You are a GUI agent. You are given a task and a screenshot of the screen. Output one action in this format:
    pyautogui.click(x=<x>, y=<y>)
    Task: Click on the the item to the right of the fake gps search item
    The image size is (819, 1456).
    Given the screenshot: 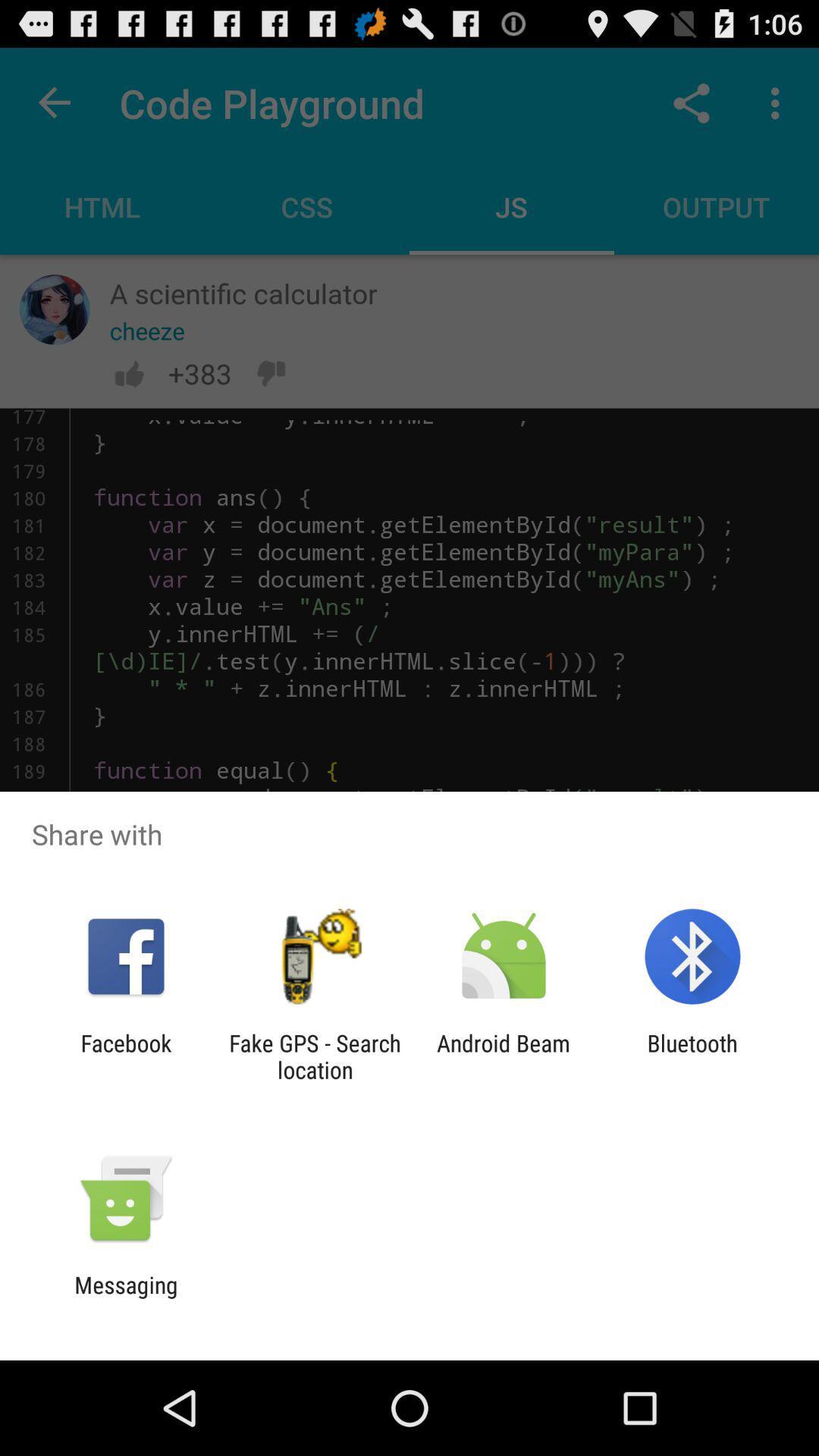 What is the action you would take?
    pyautogui.click(x=504, y=1056)
    